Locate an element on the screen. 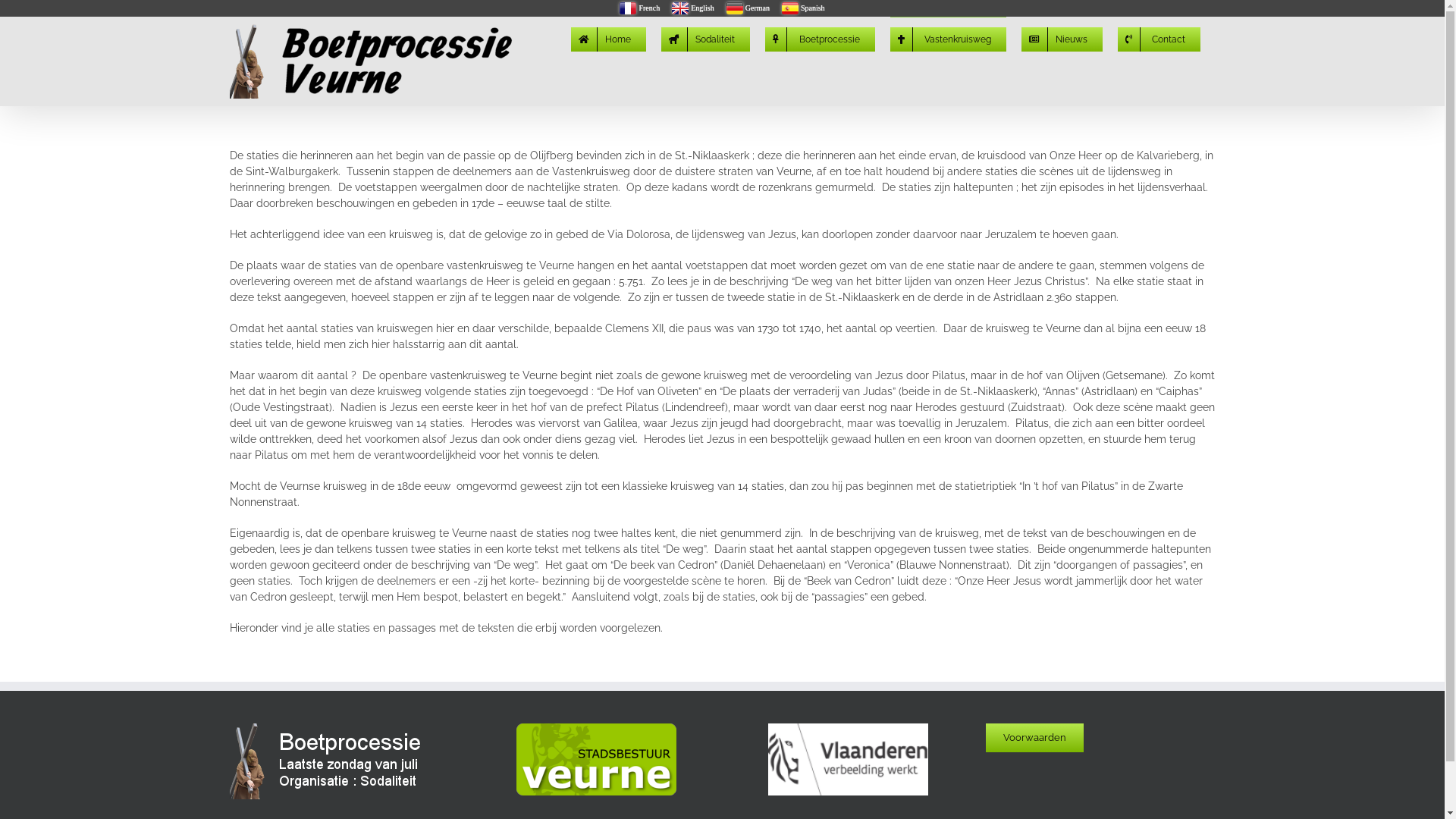  'Boetprocessie' is located at coordinates (764, 37).